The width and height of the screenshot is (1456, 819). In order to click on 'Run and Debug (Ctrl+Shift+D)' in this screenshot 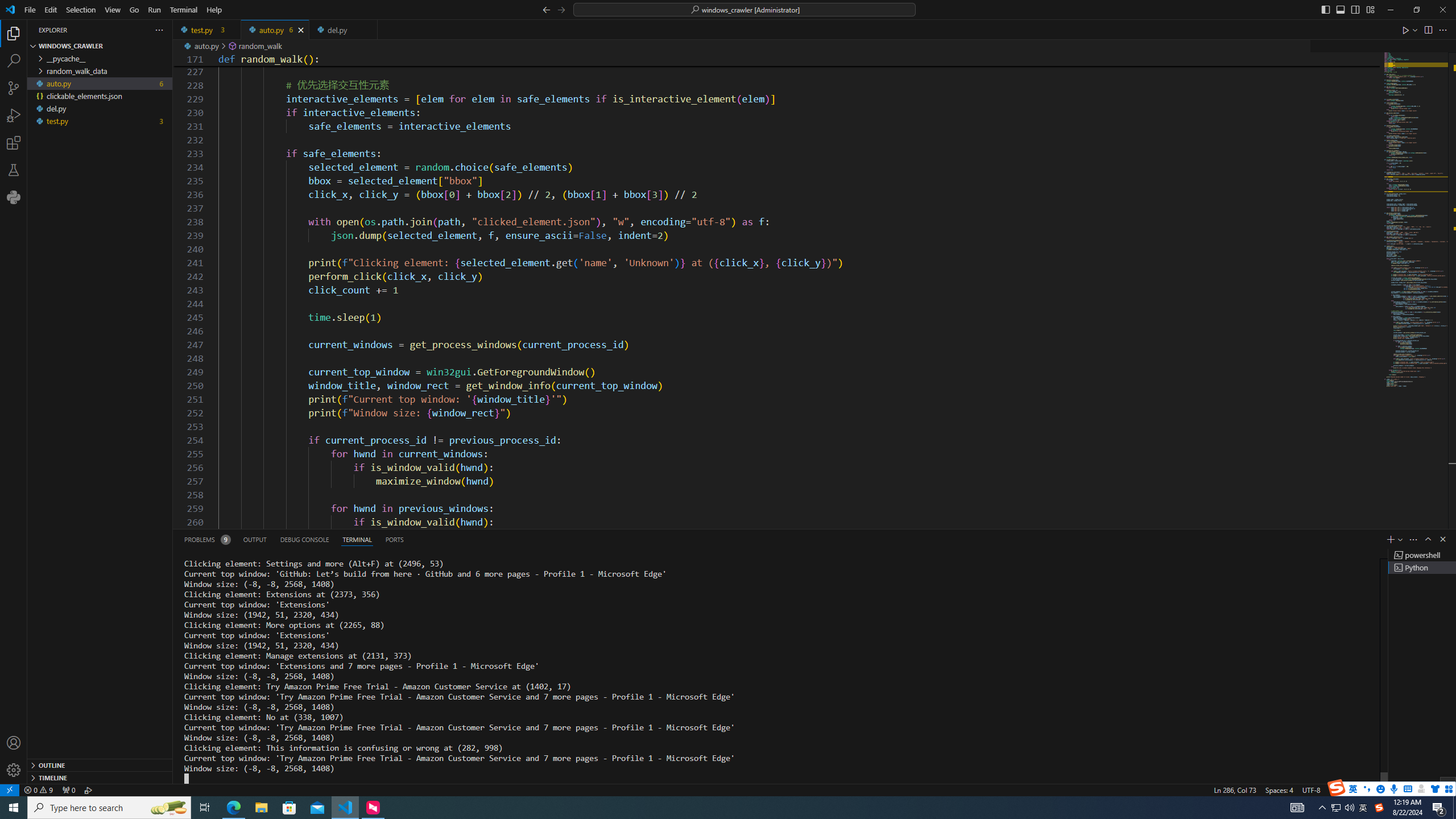, I will do `click(14, 115)`.